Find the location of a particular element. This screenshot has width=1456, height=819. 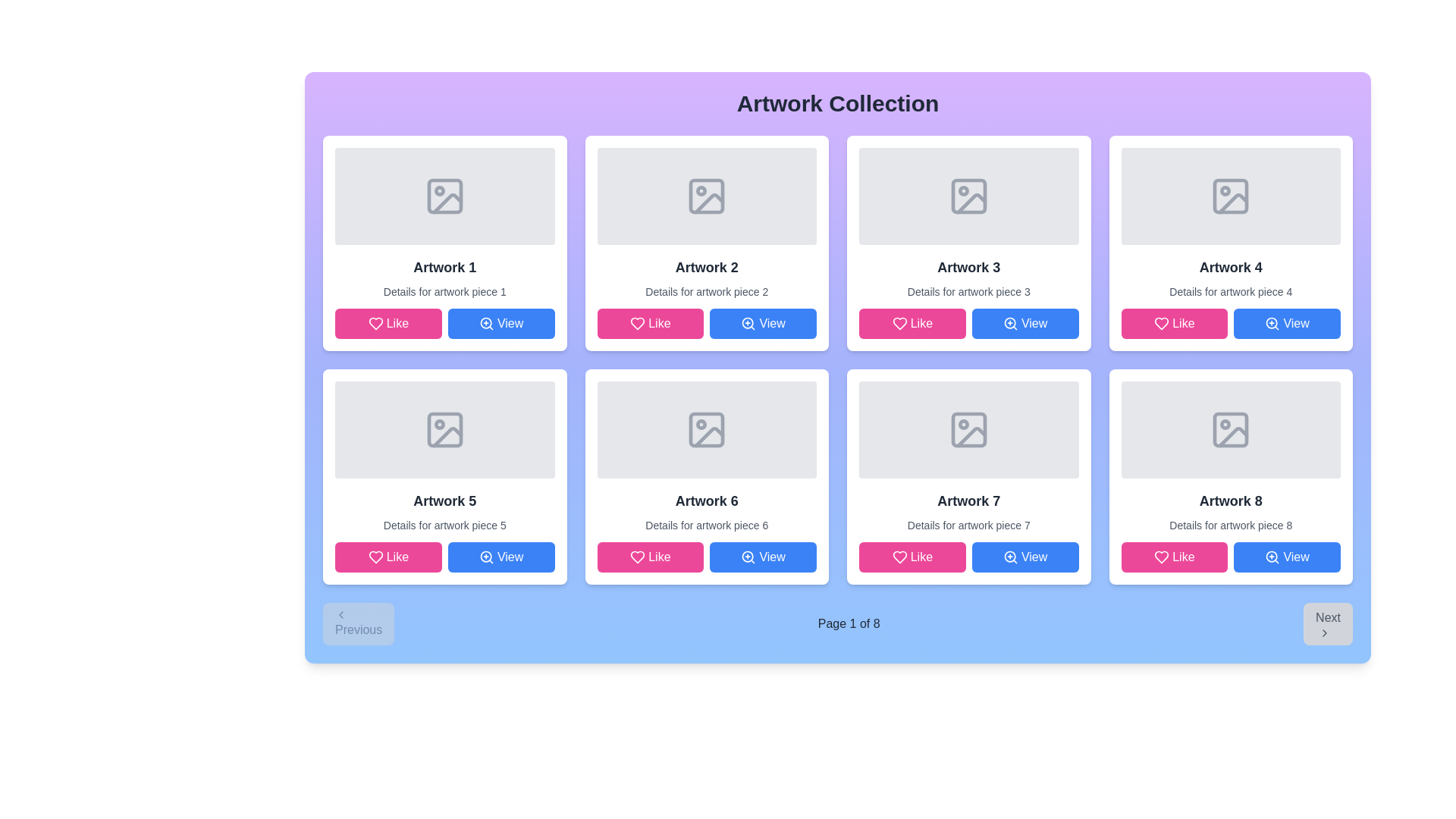

the like button located in the fifth card from the left in the second row of the grid layout, which is positioned below the description of 'Artwork 5' and next to the blue 'View' button is located at coordinates (388, 557).